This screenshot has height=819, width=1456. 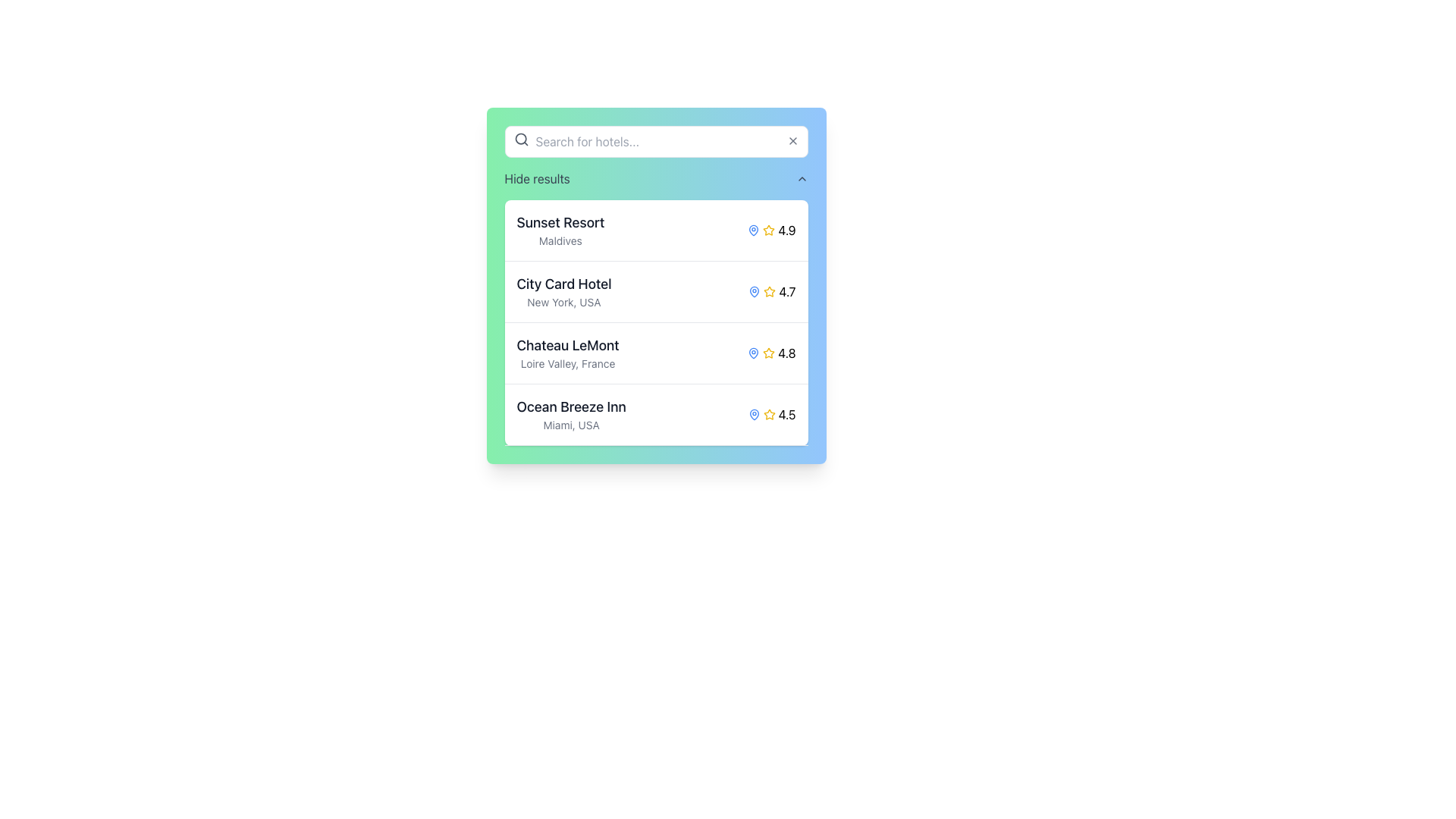 What do you see at coordinates (566, 353) in the screenshot?
I see `the text block displaying 'Chateau LeMont' which is the third item in a vertical list of hotel descriptions` at bounding box center [566, 353].